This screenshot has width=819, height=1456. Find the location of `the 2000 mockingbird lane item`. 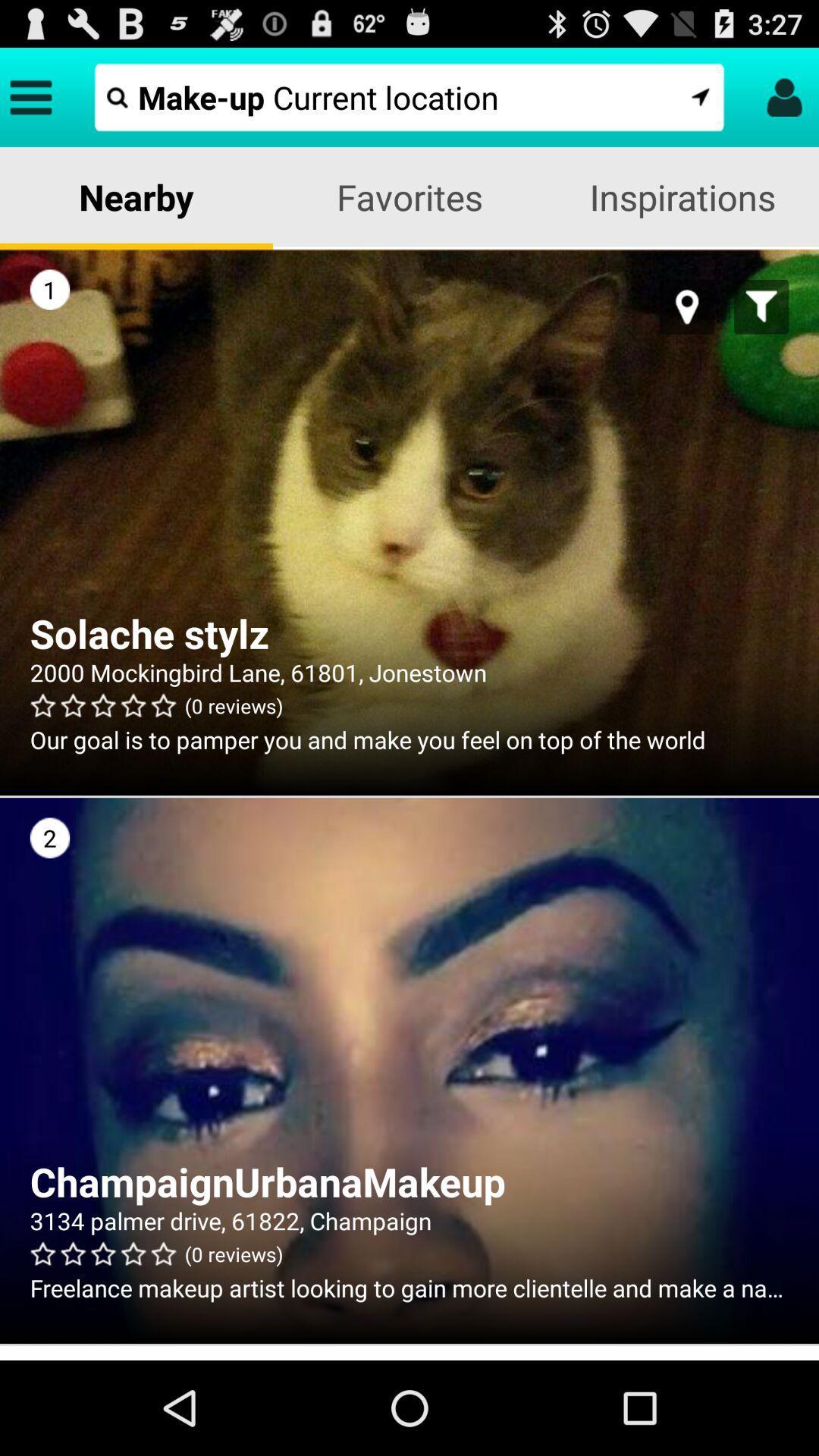

the 2000 mockingbird lane item is located at coordinates (409, 671).